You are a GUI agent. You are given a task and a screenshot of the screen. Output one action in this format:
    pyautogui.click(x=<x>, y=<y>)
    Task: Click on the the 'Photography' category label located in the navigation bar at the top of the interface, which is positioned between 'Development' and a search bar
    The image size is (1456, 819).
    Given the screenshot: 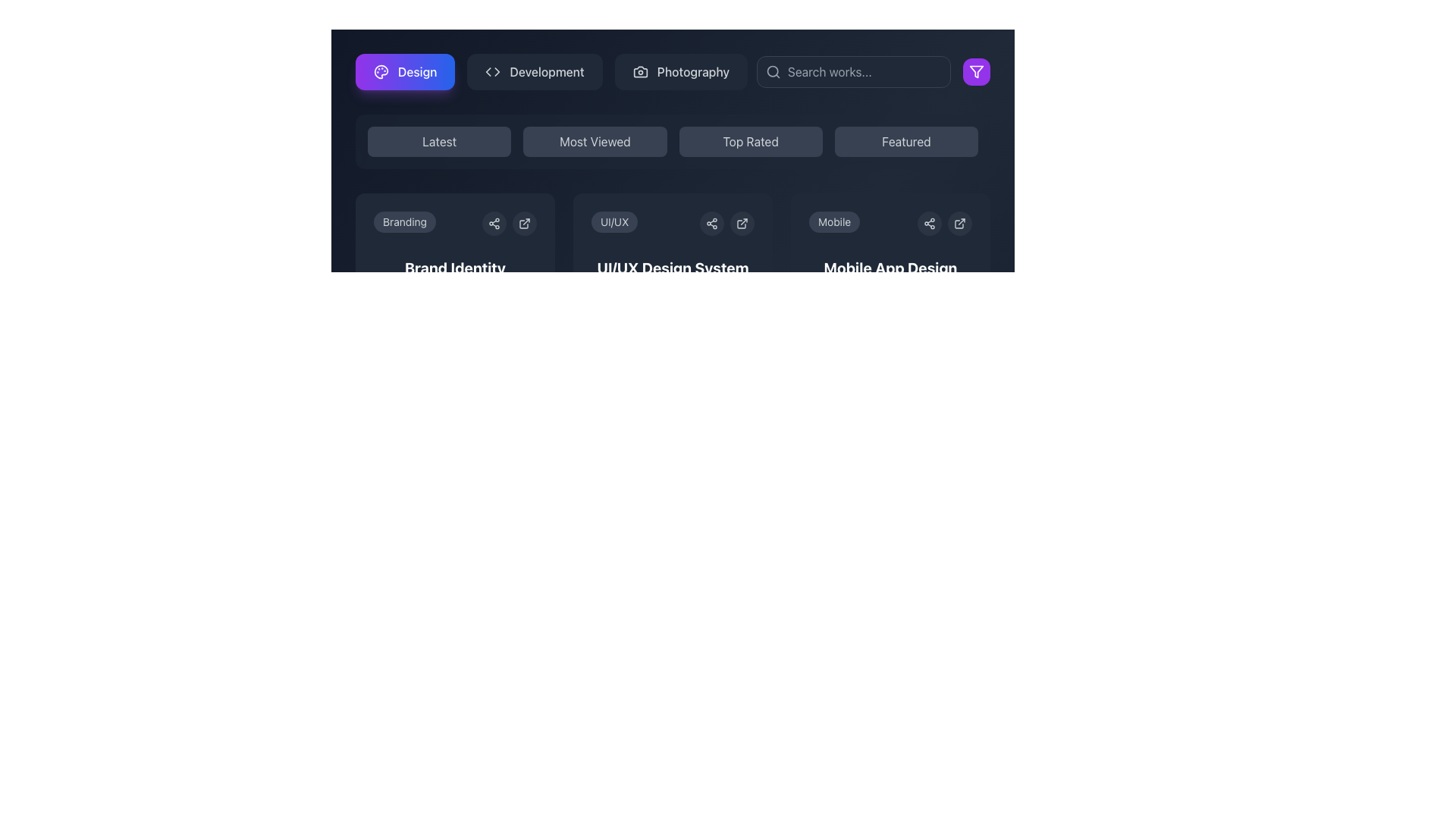 What is the action you would take?
    pyautogui.click(x=692, y=72)
    